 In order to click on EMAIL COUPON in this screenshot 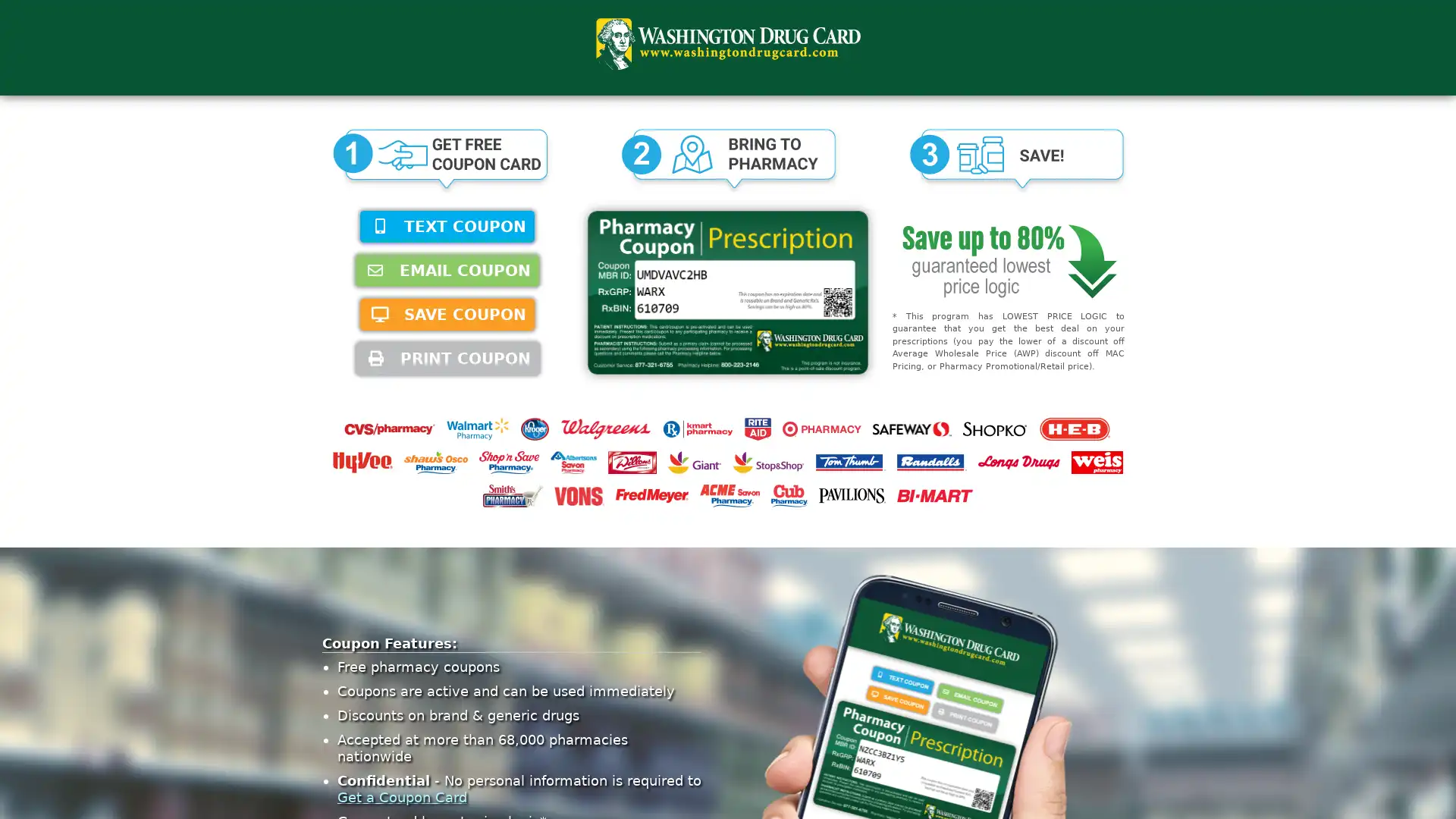, I will do `click(447, 270)`.